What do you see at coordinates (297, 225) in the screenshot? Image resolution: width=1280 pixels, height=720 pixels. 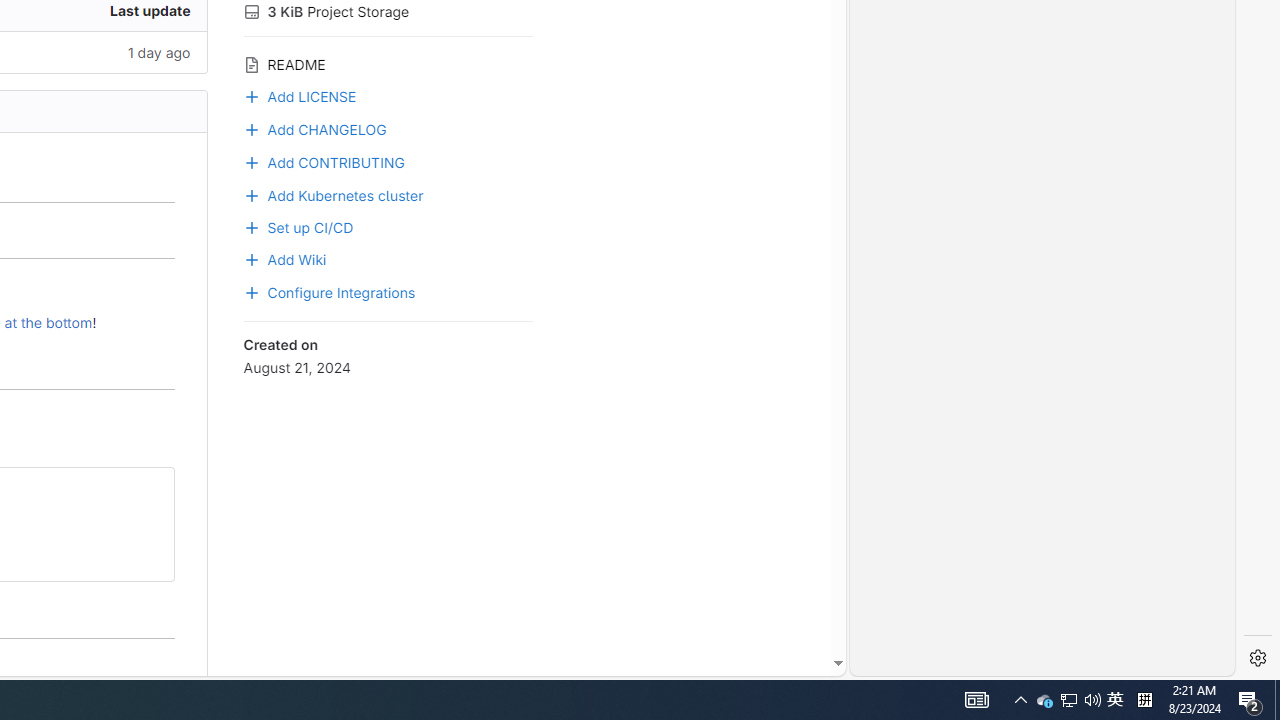 I see `'Set up CI/CD'` at bounding box center [297, 225].